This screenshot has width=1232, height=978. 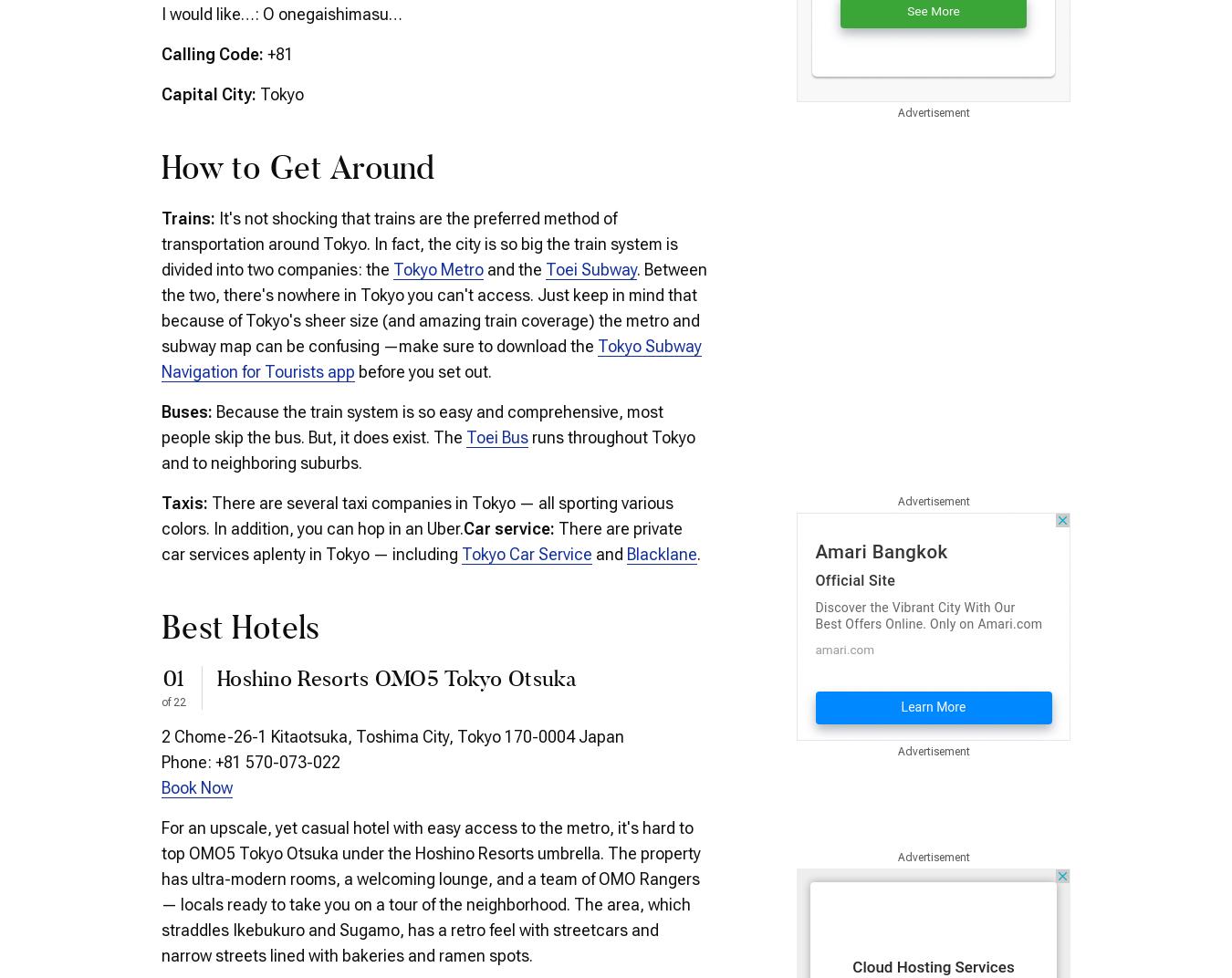 I want to click on 'of 22', so click(x=173, y=702).